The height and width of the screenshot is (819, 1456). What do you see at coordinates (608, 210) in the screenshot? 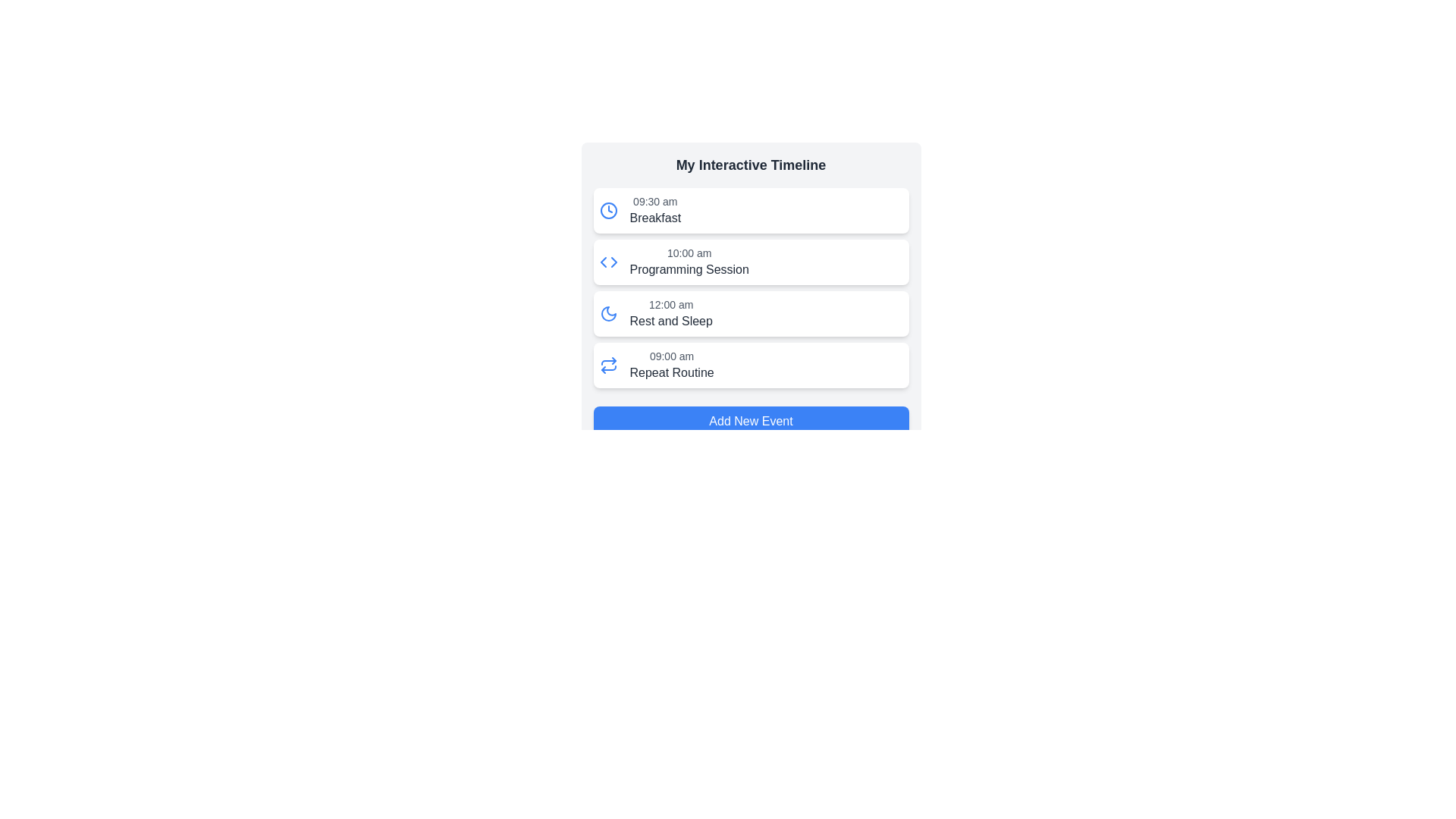
I see `the icon located to the immediate left of the text '09:30 am Breakfast' in the top row of the event list, which serves as a visual cue for the schedule` at bounding box center [608, 210].